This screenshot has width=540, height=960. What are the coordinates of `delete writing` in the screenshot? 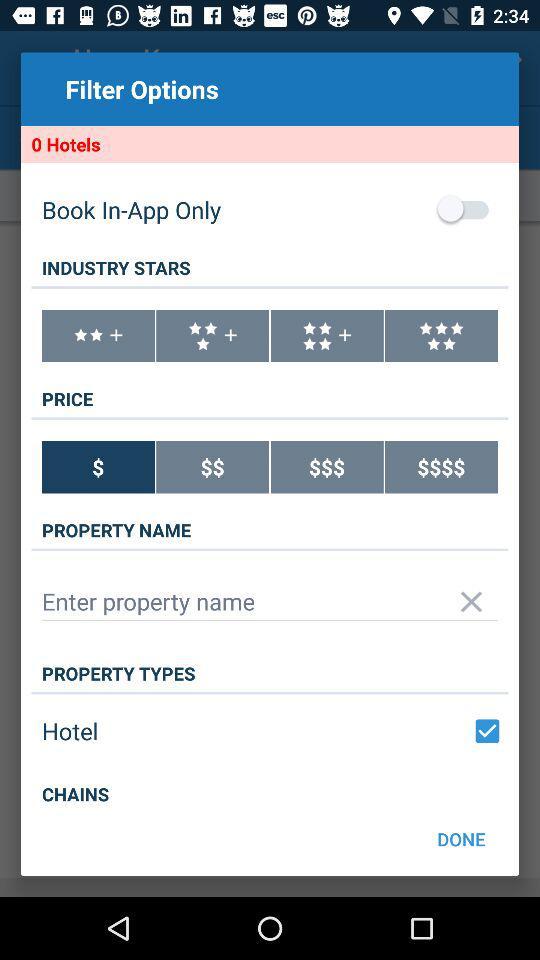 It's located at (471, 600).